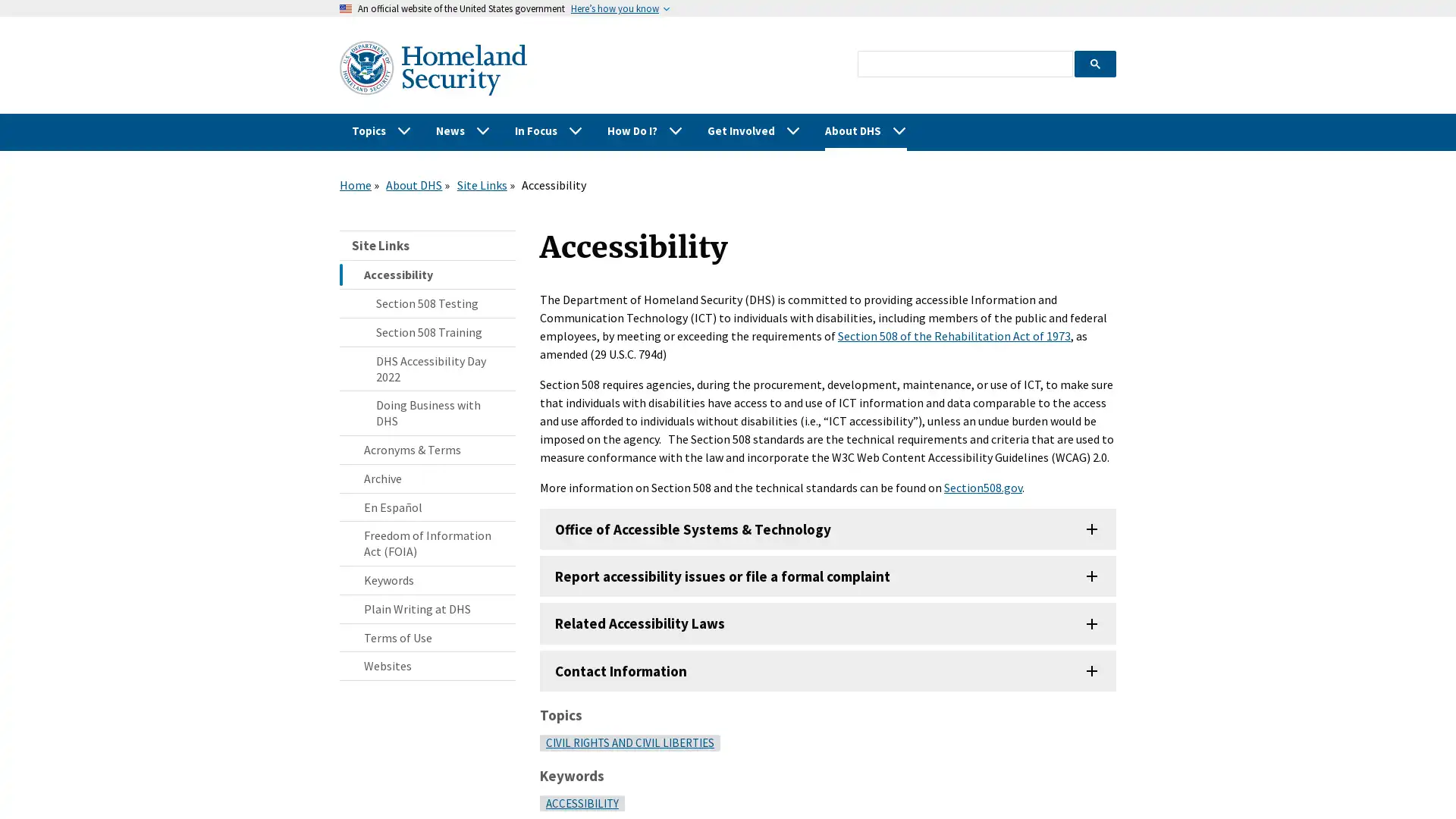 This screenshot has width=1456, height=819. I want to click on How Do I?, so click(645, 130).